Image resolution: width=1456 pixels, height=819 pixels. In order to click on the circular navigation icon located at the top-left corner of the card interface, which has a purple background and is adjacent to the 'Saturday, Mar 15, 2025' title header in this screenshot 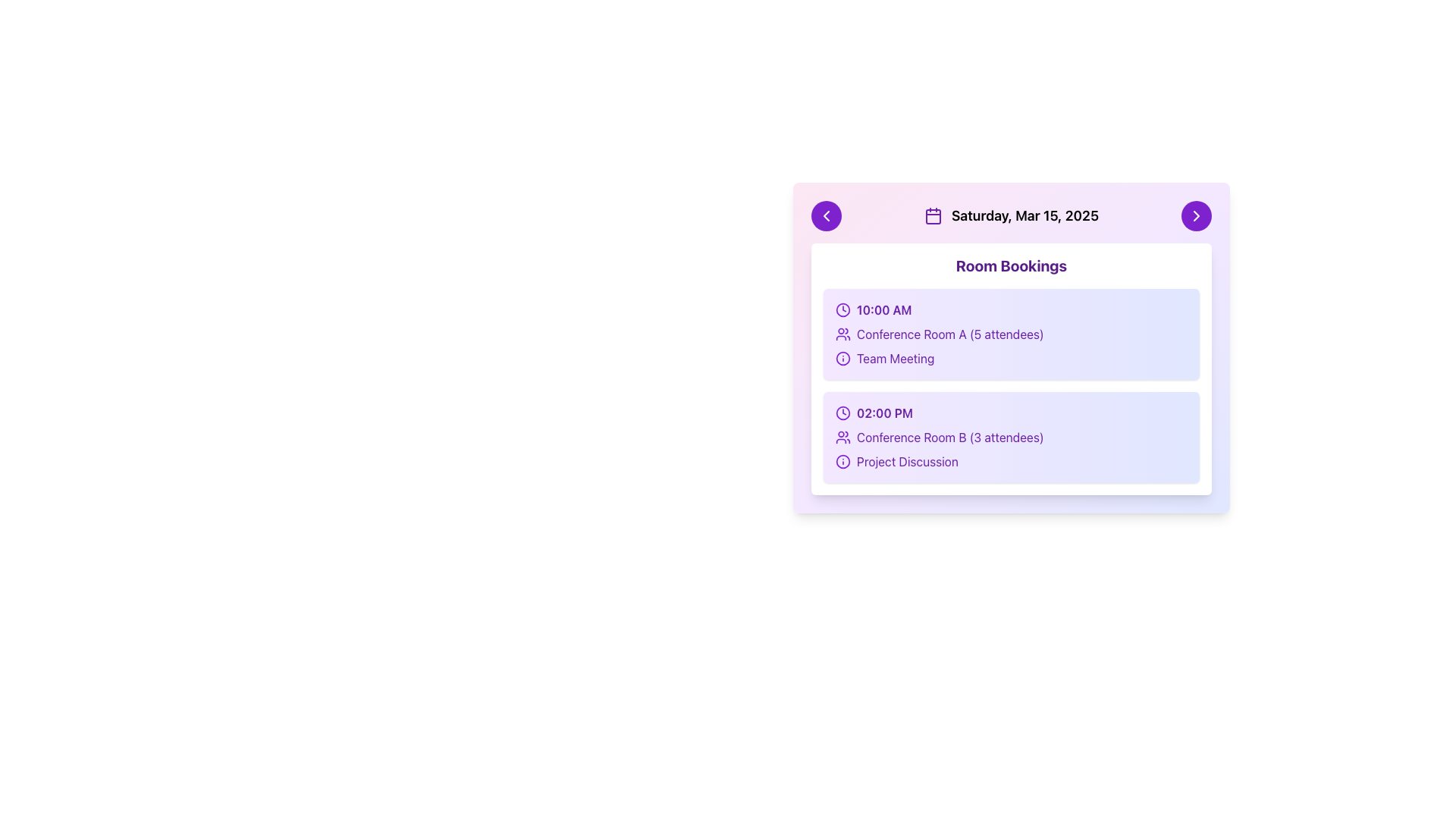, I will do `click(825, 216)`.